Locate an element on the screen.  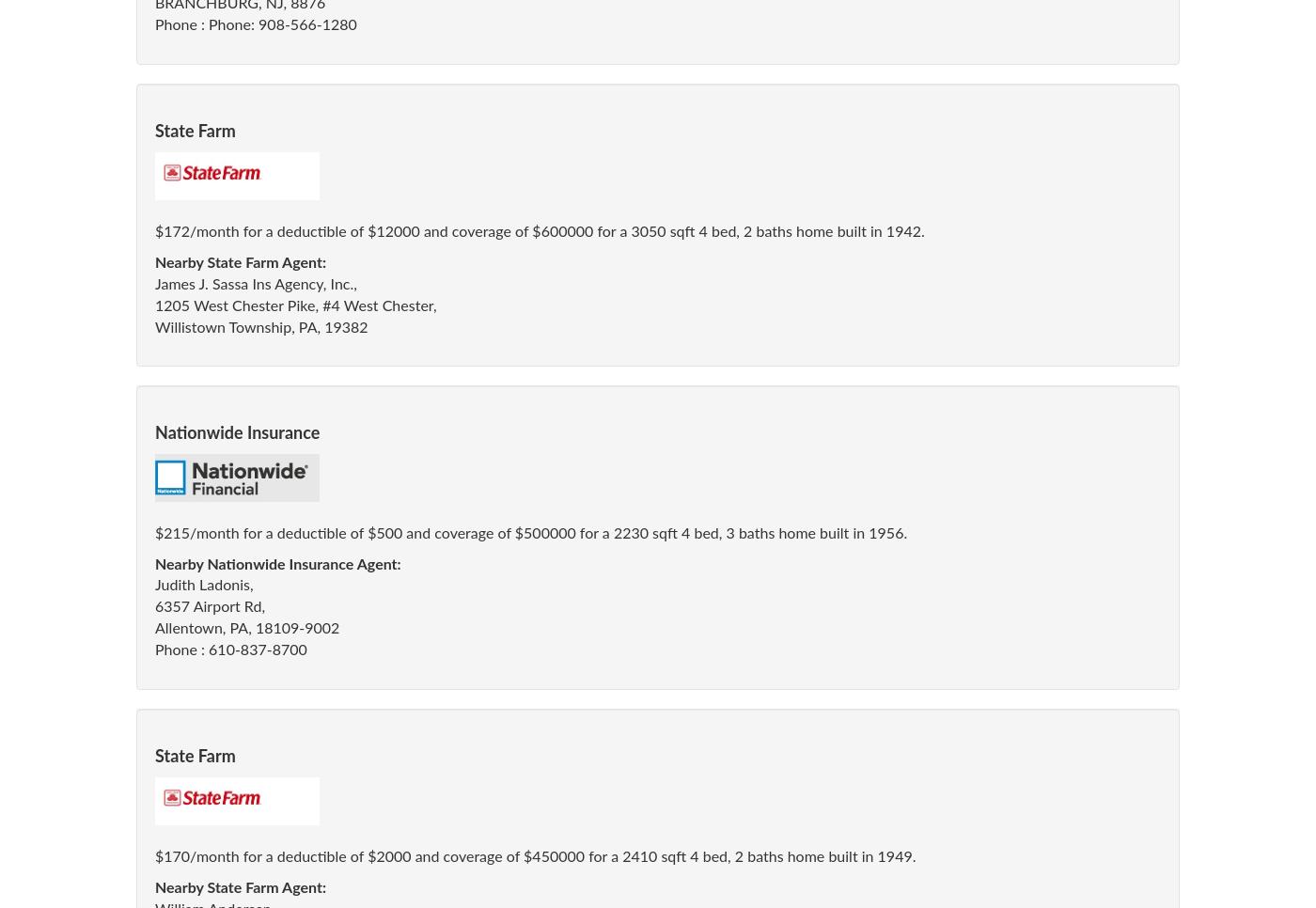
'Allentown, 
	 
	
	
		PA, 
	 
	
	
		18109-9002' is located at coordinates (247, 628).